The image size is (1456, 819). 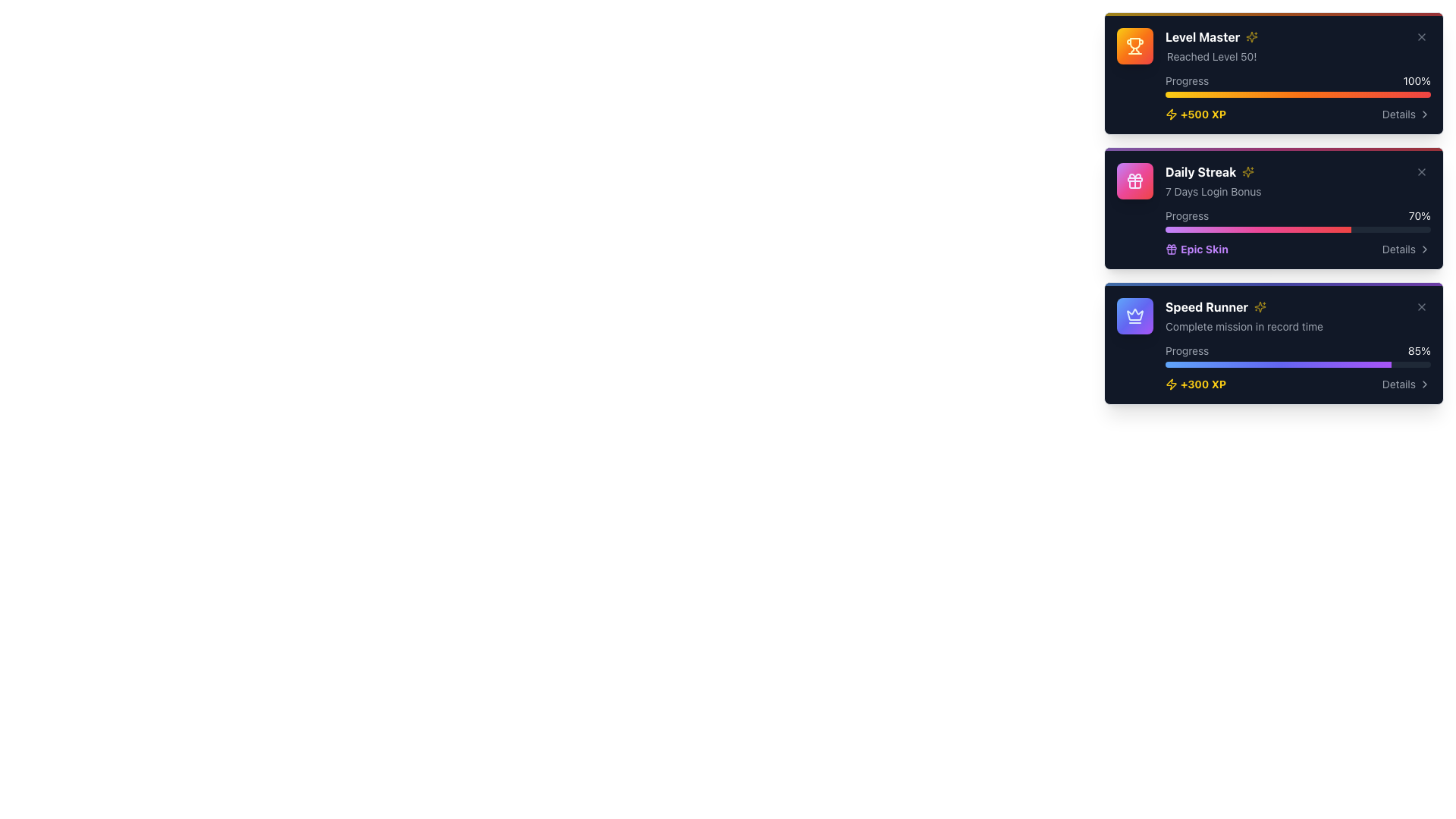 What do you see at coordinates (1196, 248) in the screenshot?
I see `the text label indicating 'Epic Skin' associated with the 'Daily Streak' list item, which is the first part of a group containing the label and an adjacent icon` at bounding box center [1196, 248].